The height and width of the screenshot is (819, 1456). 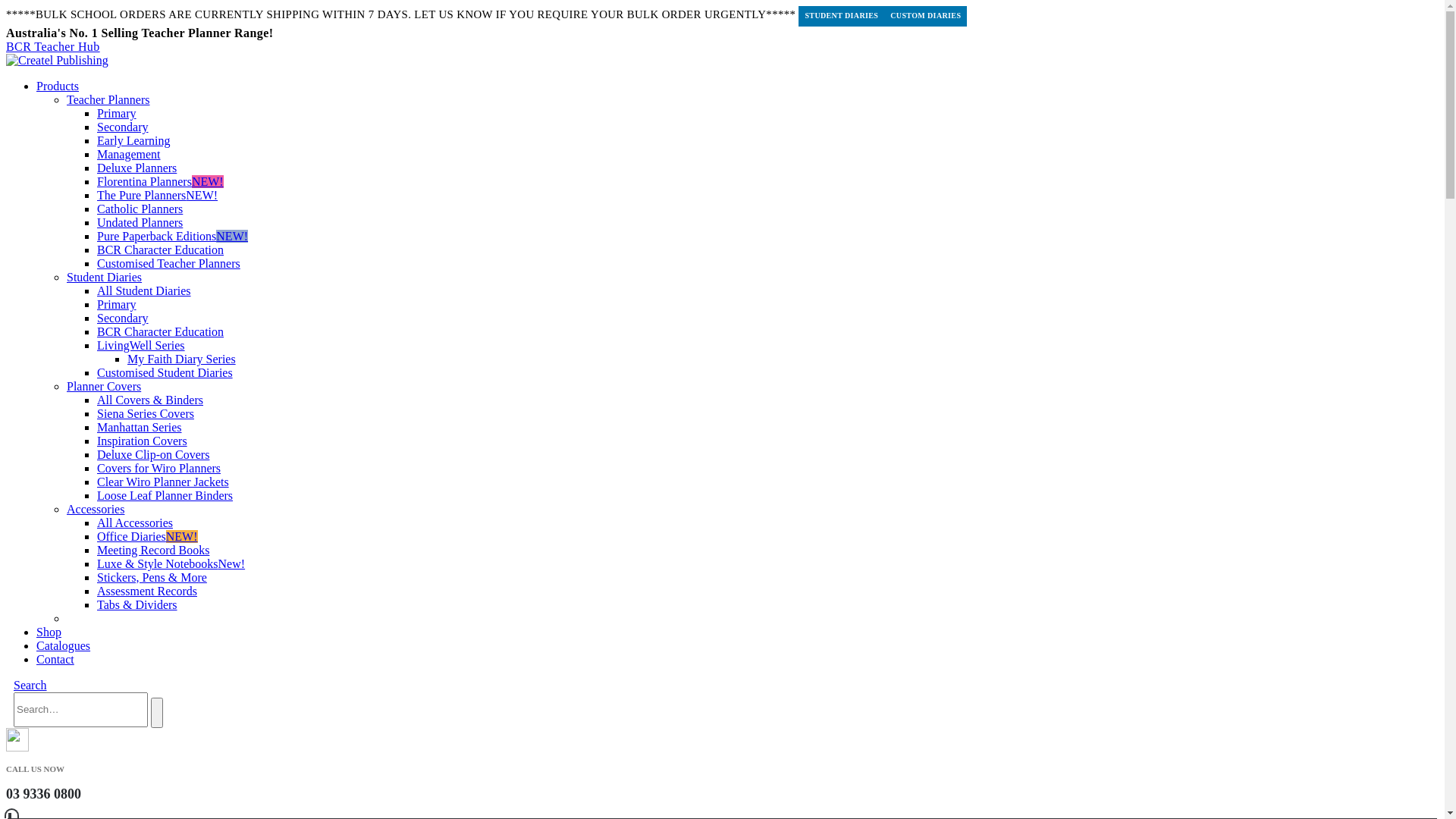 I want to click on 'Search', so click(x=14, y=685).